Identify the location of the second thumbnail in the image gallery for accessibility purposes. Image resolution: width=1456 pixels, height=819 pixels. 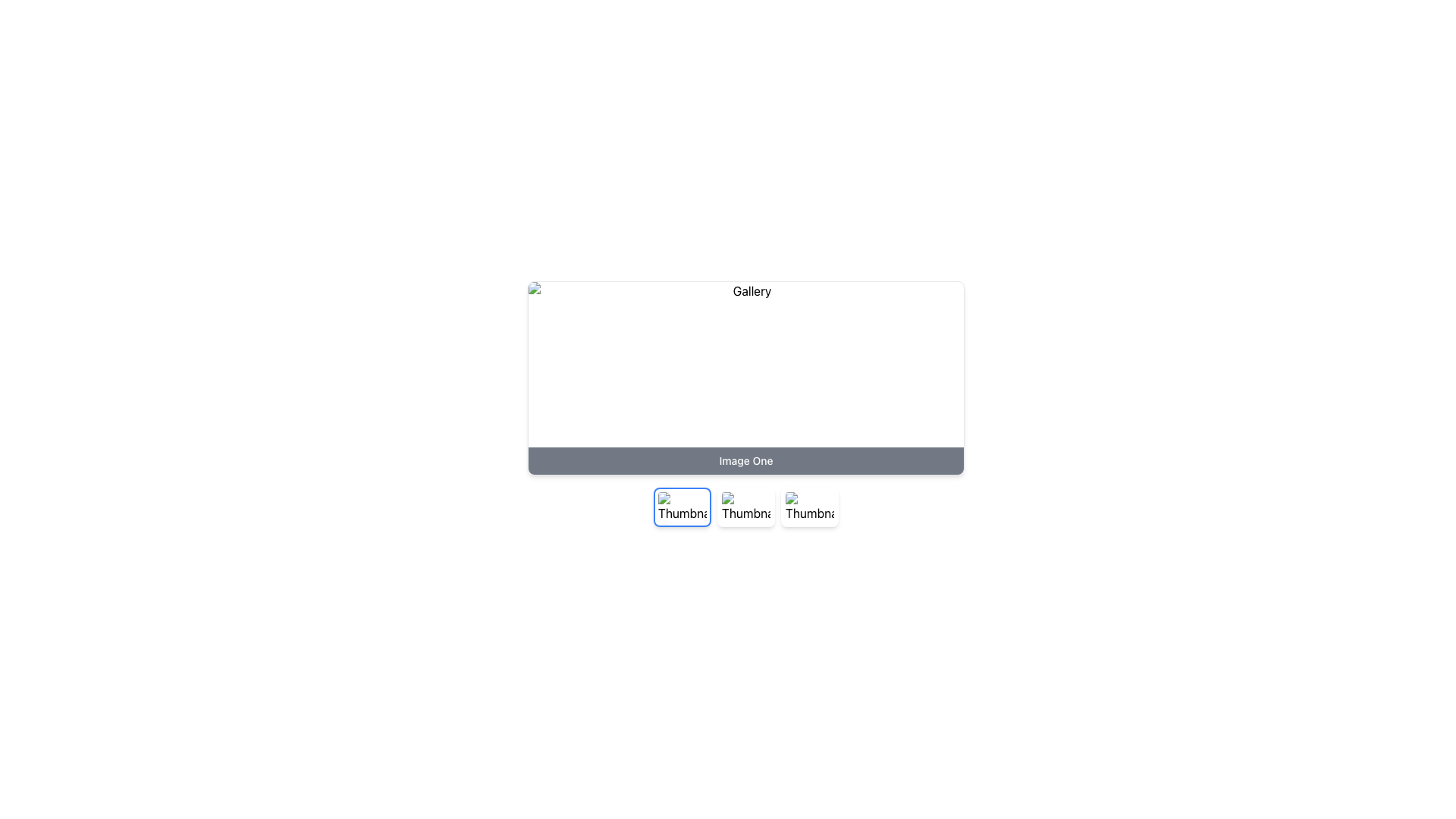
(745, 507).